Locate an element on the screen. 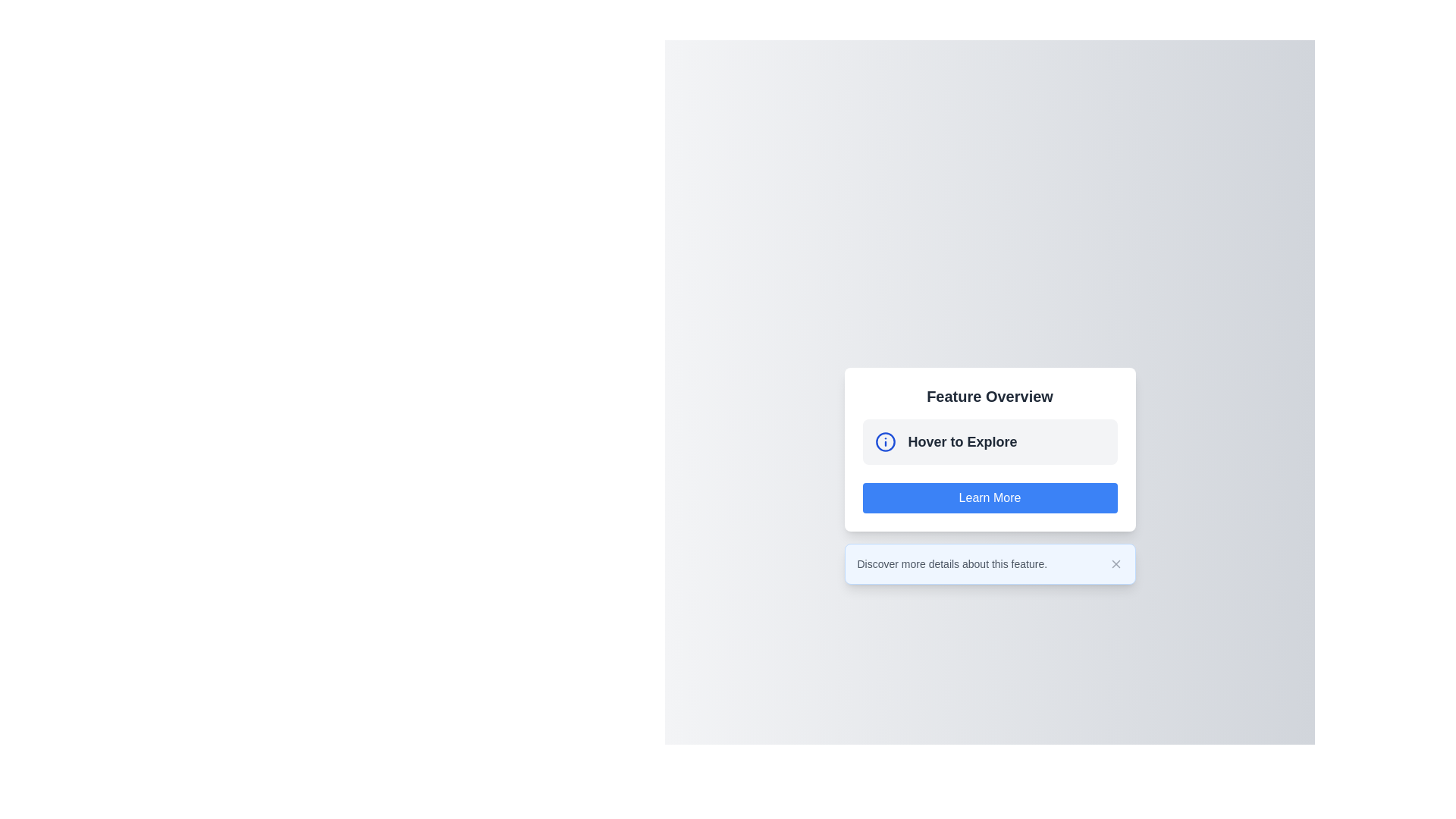 Image resolution: width=1456 pixels, height=819 pixels. the third button located beneath the 'Hover is located at coordinates (990, 497).